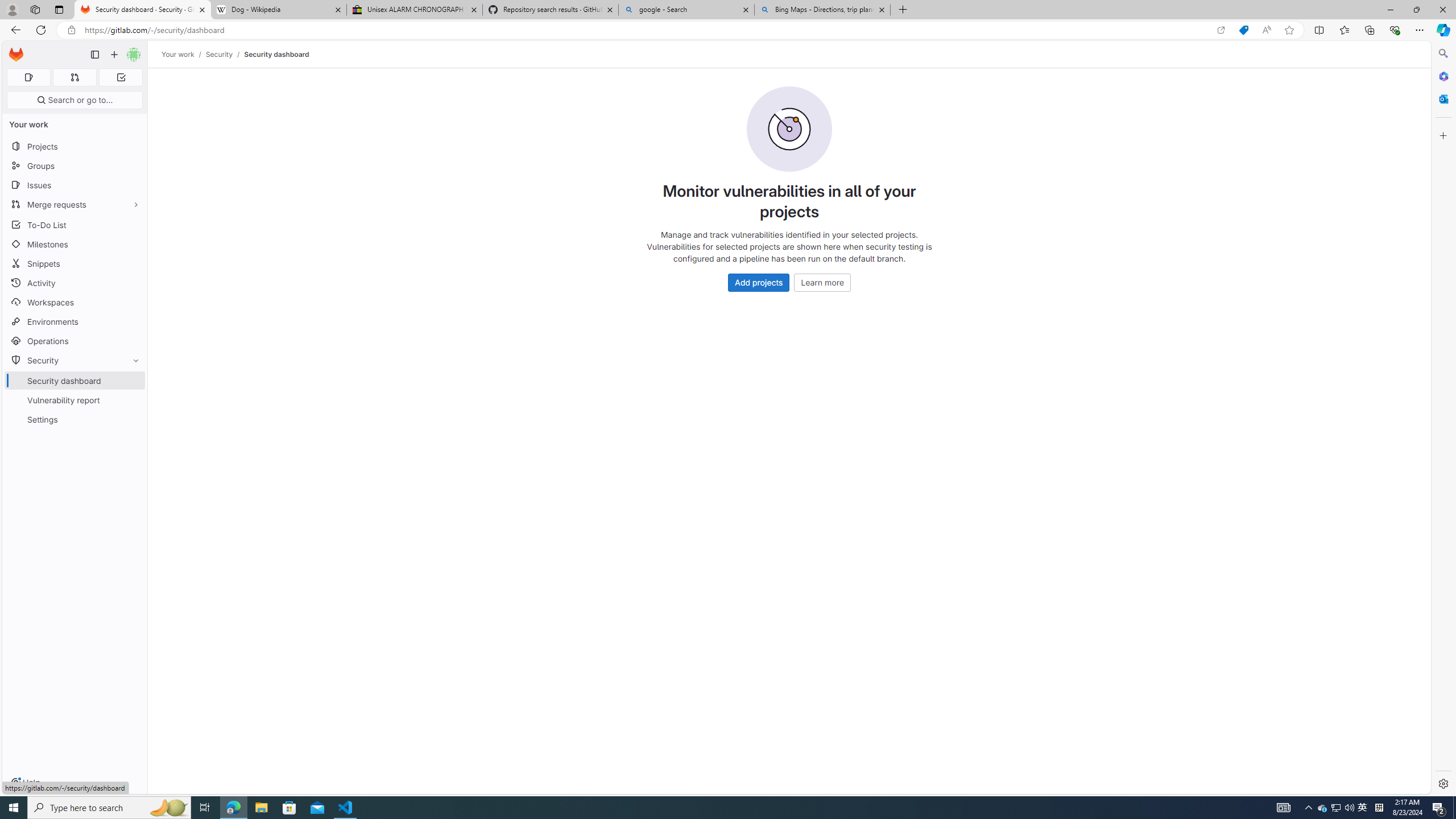 The height and width of the screenshot is (819, 1456). Describe the element at coordinates (71, 30) in the screenshot. I see `'View site information'` at that location.